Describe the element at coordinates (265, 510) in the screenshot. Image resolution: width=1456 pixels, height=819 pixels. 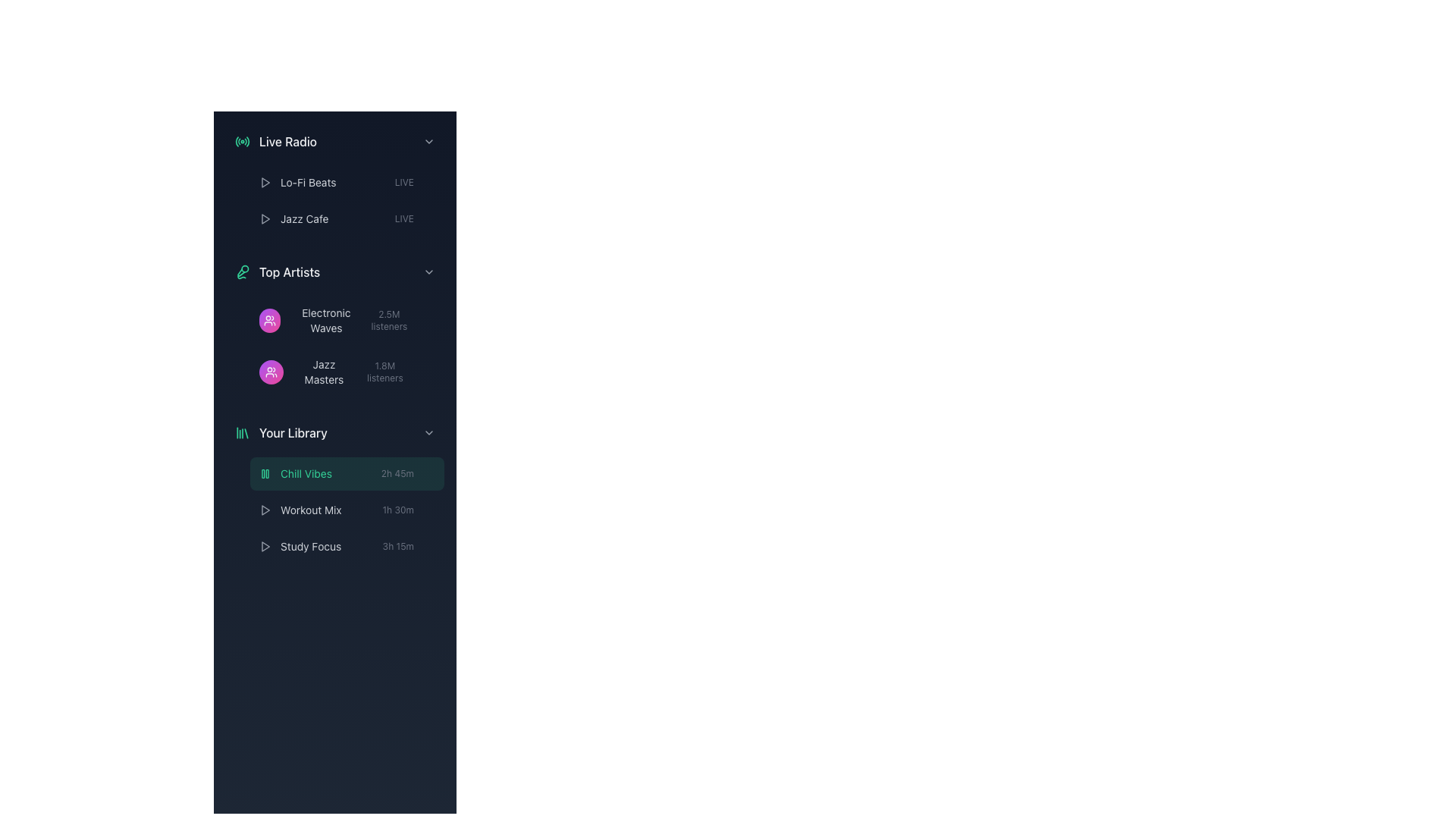
I see `the play button located in the left-side menu of the 'Your Library' section` at that location.